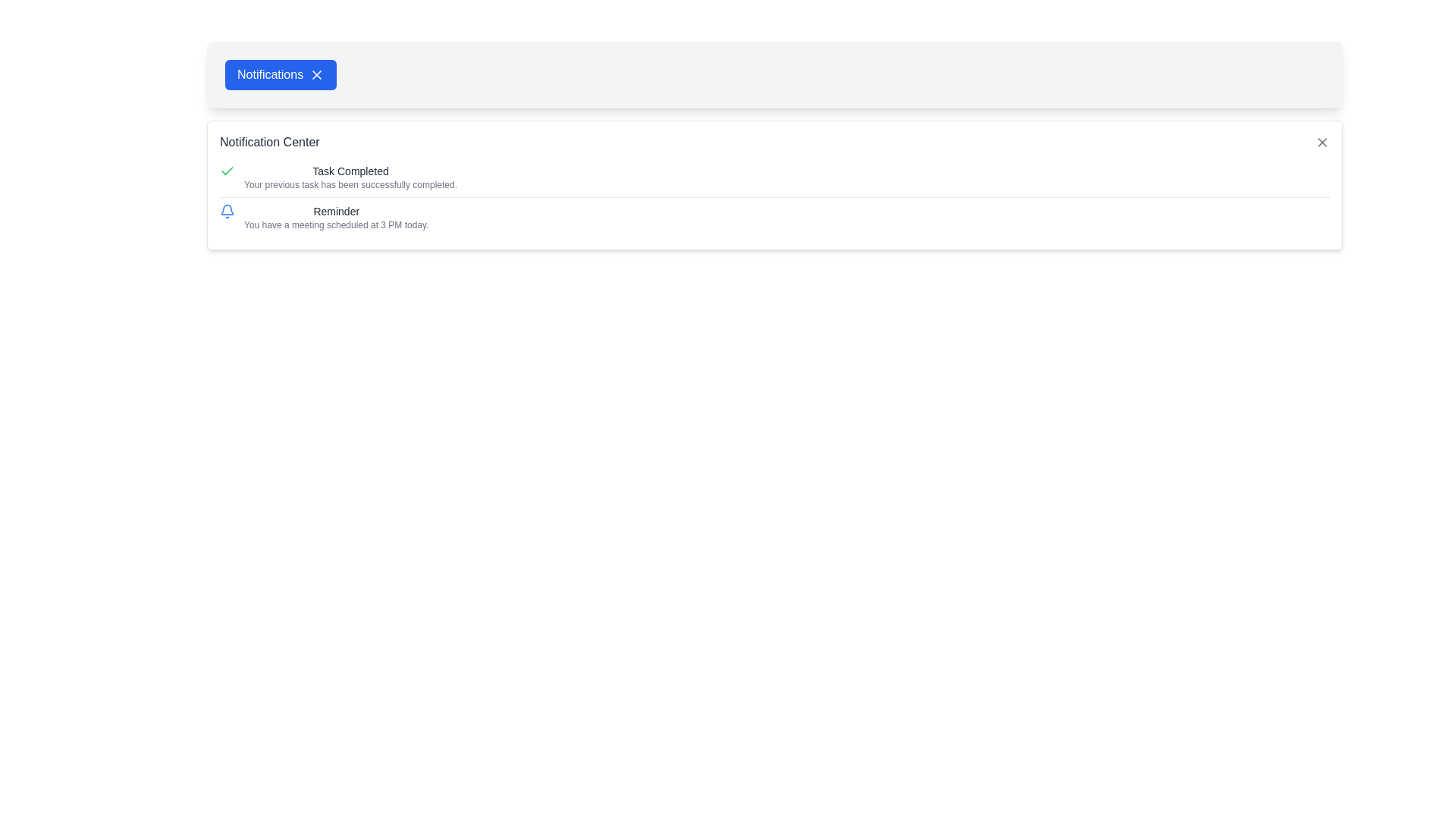 The height and width of the screenshot is (819, 1456). What do you see at coordinates (316, 75) in the screenshot?
I see `the 'X' icon button on the blue 'Notifications' button` at bounding box center [316, 75].